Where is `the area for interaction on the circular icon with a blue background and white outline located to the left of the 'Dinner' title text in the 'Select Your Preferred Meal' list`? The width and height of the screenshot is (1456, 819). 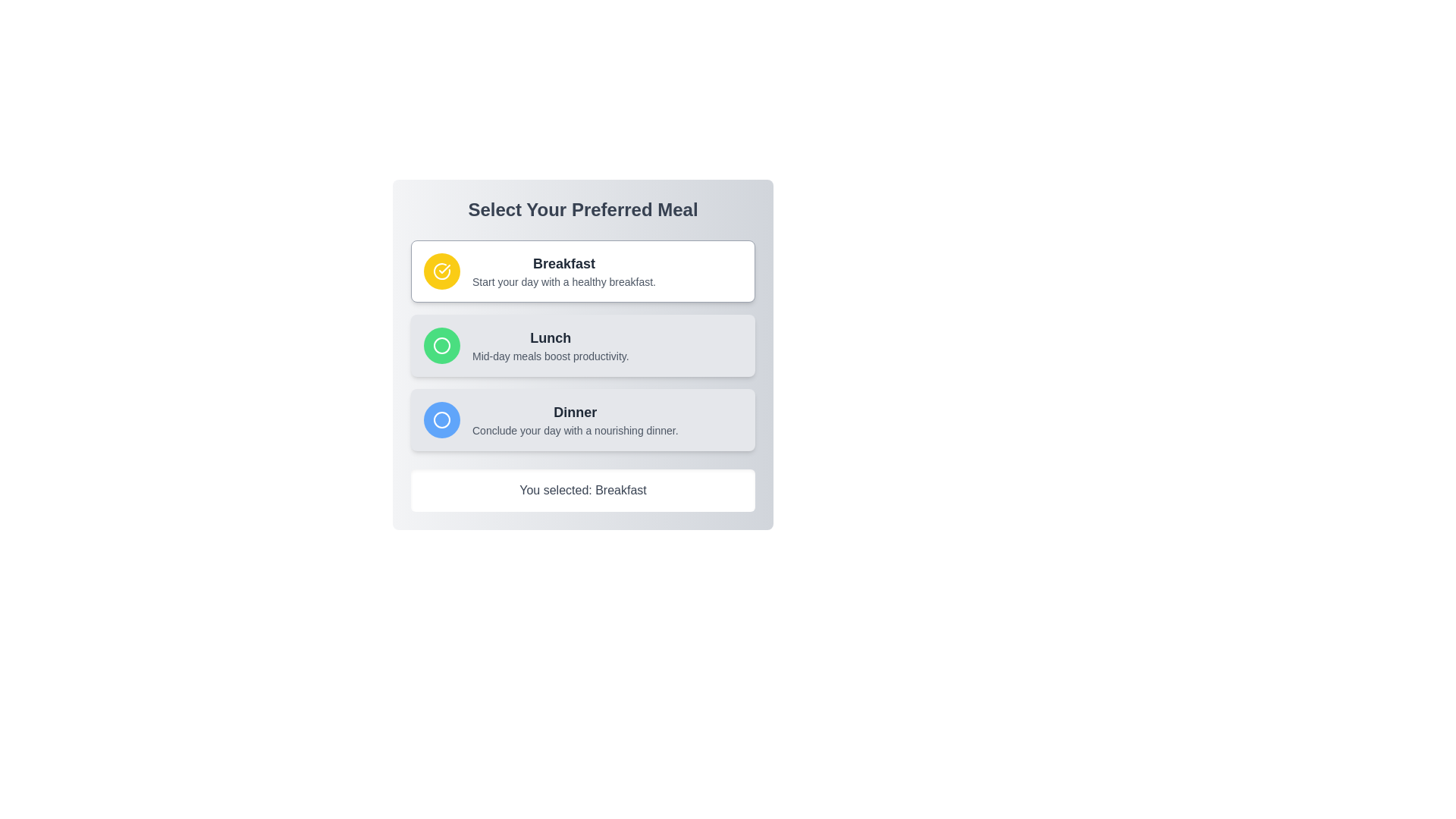 the area for interaction on the circular icon with a blue background and white outline located to the left of the 'Dinner' title text in the 'Select Your Preferred Meal' list is located at coordinates (441, 420).